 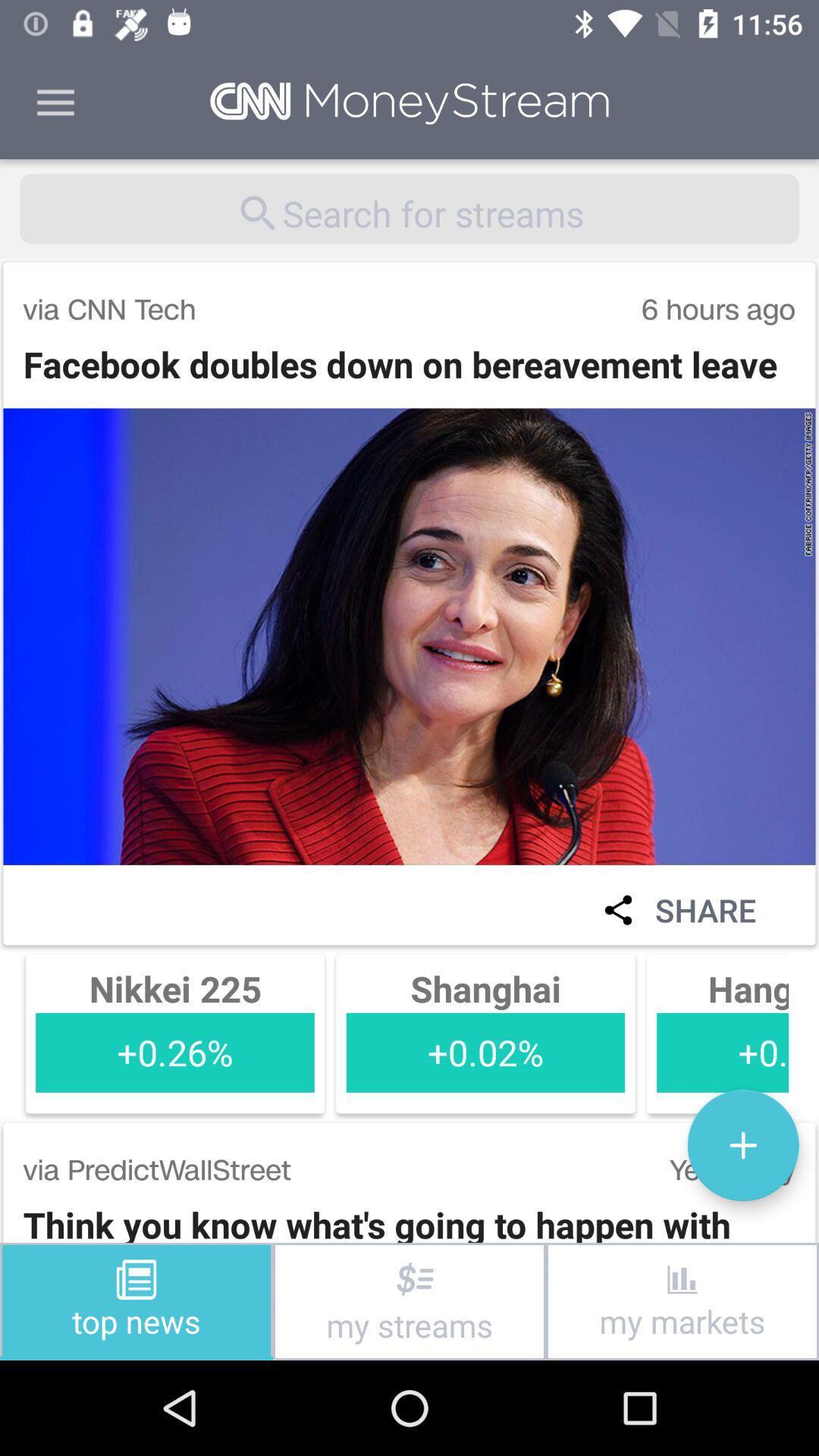 What do you see at coordinates (409, 208) in the screenshot?
I see `serch` at bounding box center [409, 208].